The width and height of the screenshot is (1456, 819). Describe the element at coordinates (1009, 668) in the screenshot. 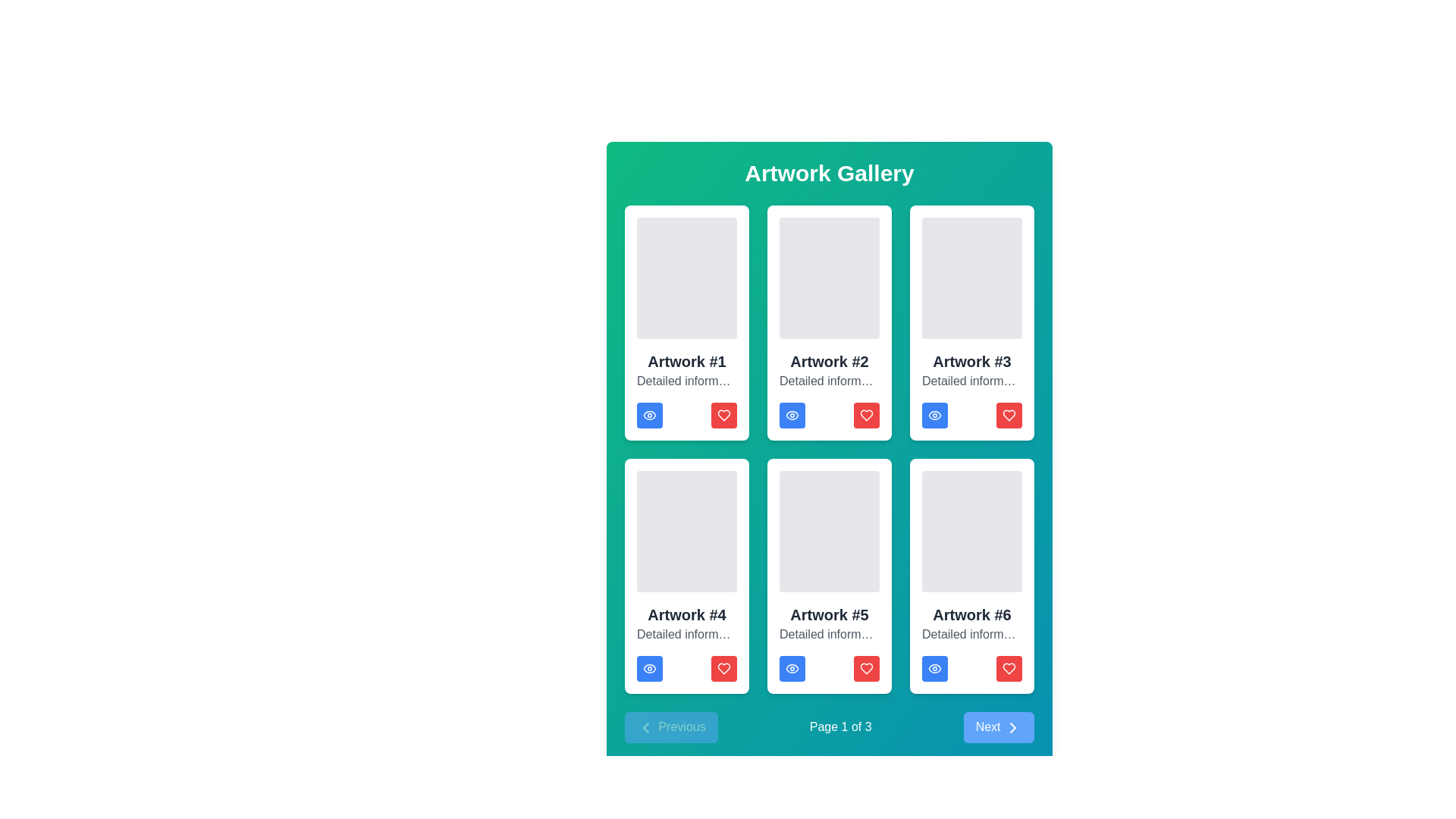

I see `the heart-shaped icon with a red fill located in the bottom-right corner of the card labeled 'Artwork #6' to favorite it` at that location.